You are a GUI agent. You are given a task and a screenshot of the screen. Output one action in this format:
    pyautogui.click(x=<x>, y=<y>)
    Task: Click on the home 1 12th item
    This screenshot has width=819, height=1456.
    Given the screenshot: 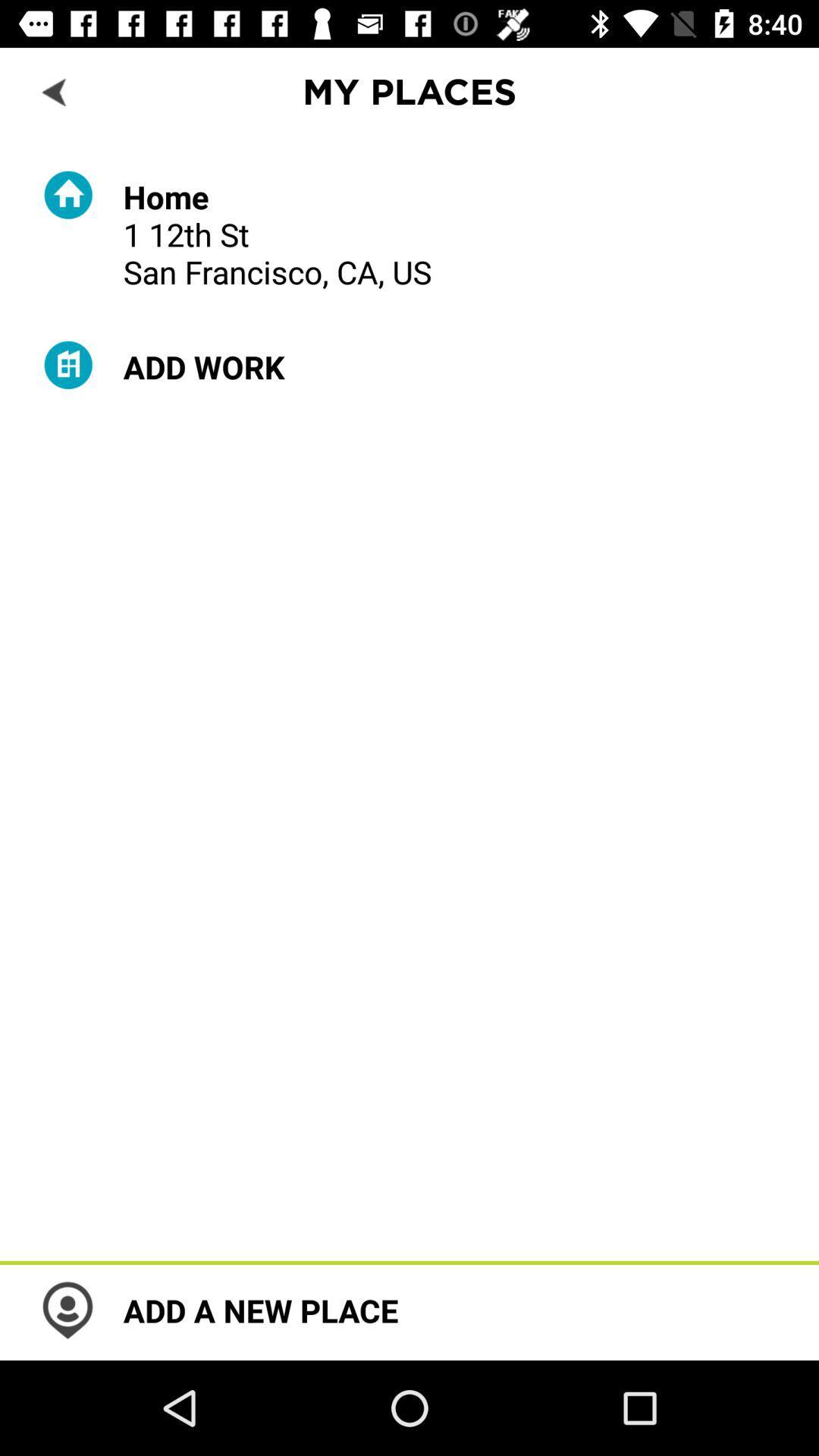 What is the action you would take?
    pyautogui.click(x=278, y=233)
    